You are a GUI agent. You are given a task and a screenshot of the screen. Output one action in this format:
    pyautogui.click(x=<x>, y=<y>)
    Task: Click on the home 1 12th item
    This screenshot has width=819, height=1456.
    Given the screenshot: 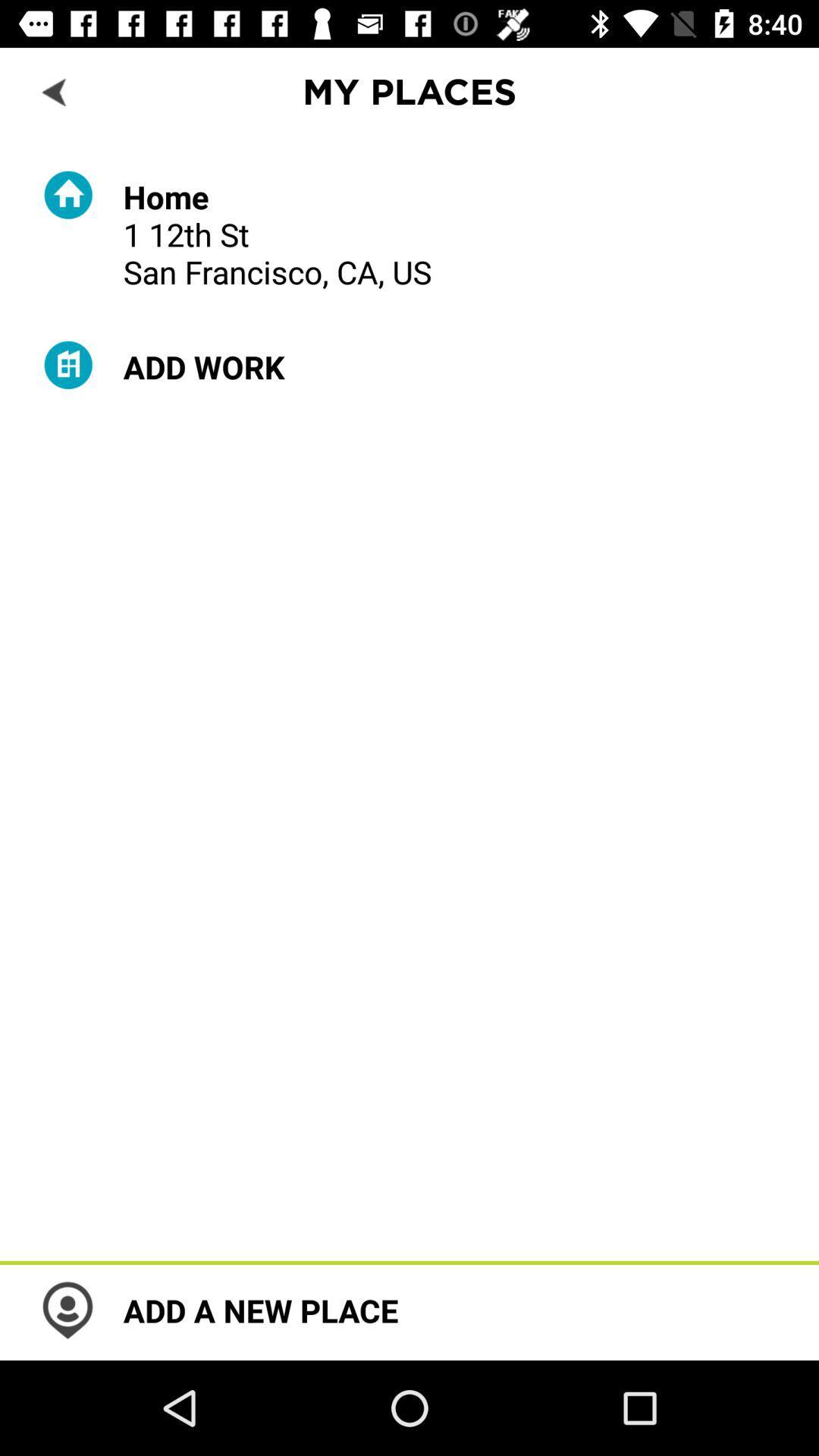 What is the action you would take?
    pyautogui.click(x=278, y=233)
    